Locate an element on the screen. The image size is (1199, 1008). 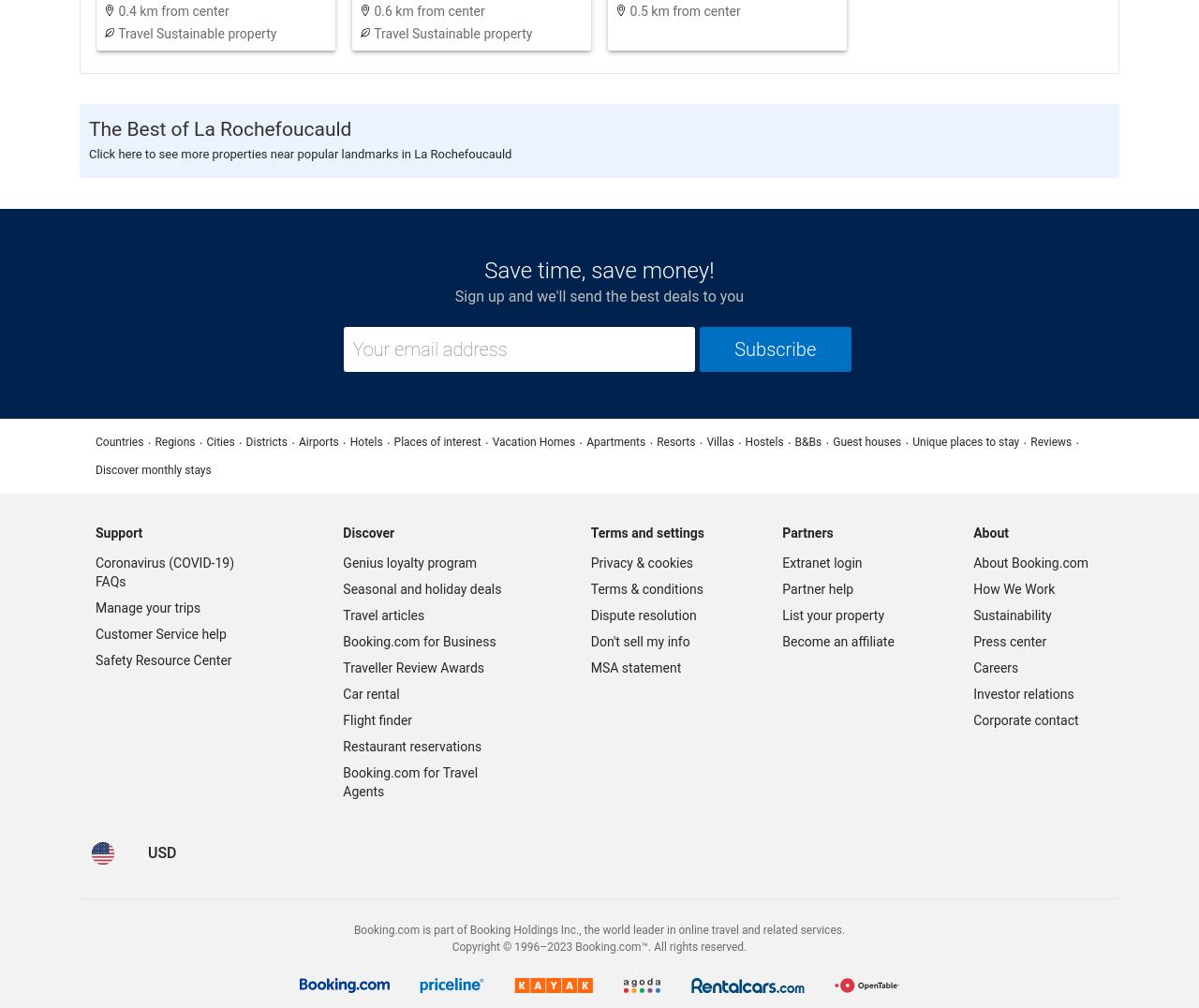
'Hotels' is located at coordinates (365, 439).